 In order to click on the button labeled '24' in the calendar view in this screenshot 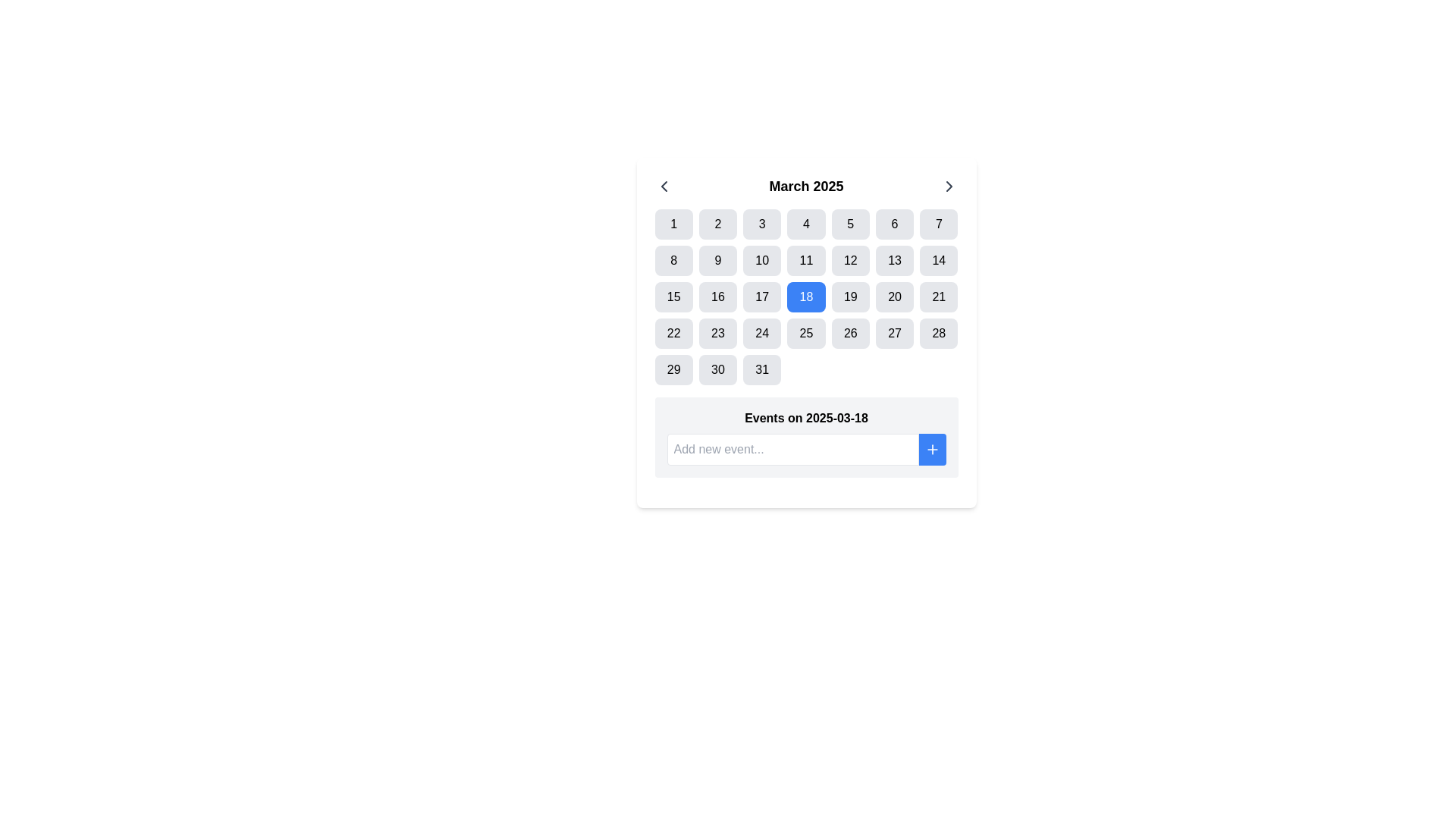, I will do `click(762, 332)`.